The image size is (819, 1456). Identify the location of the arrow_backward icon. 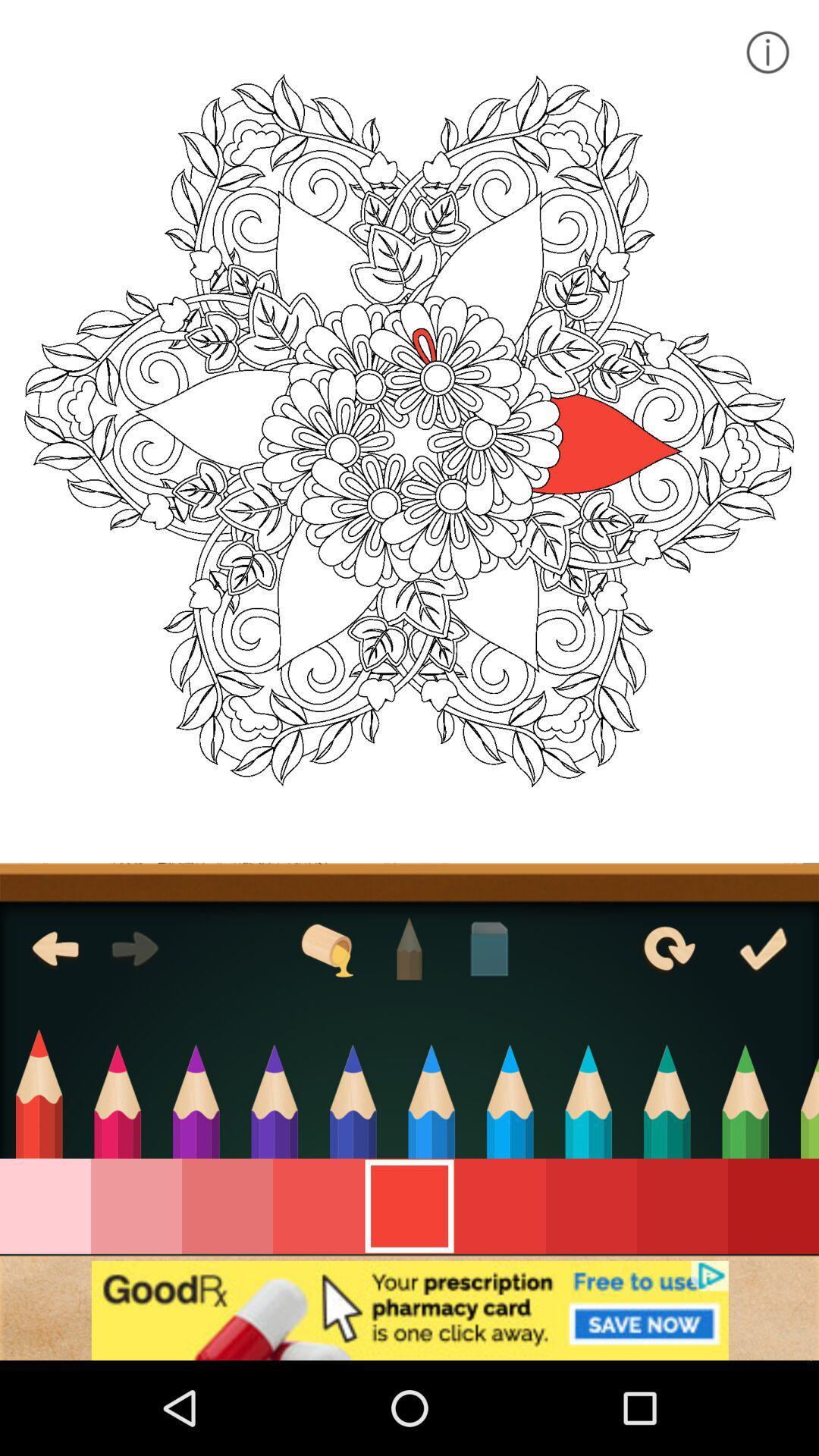
(55, 948).